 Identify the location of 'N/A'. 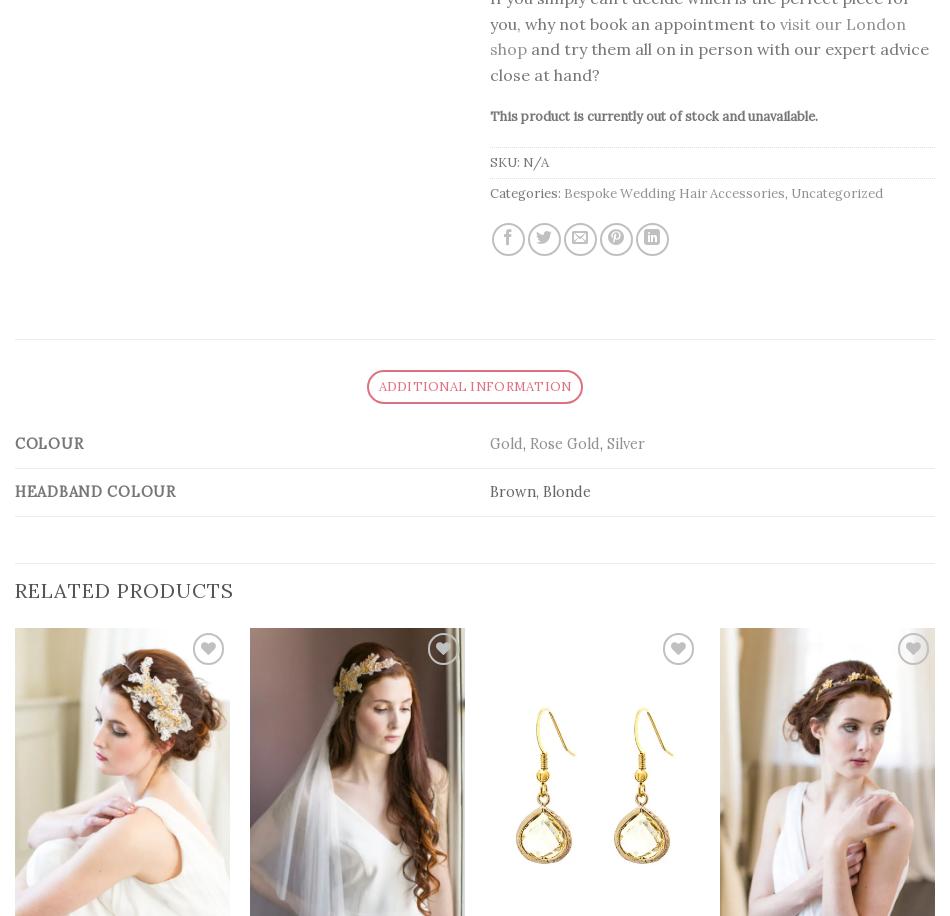
(535, 161).